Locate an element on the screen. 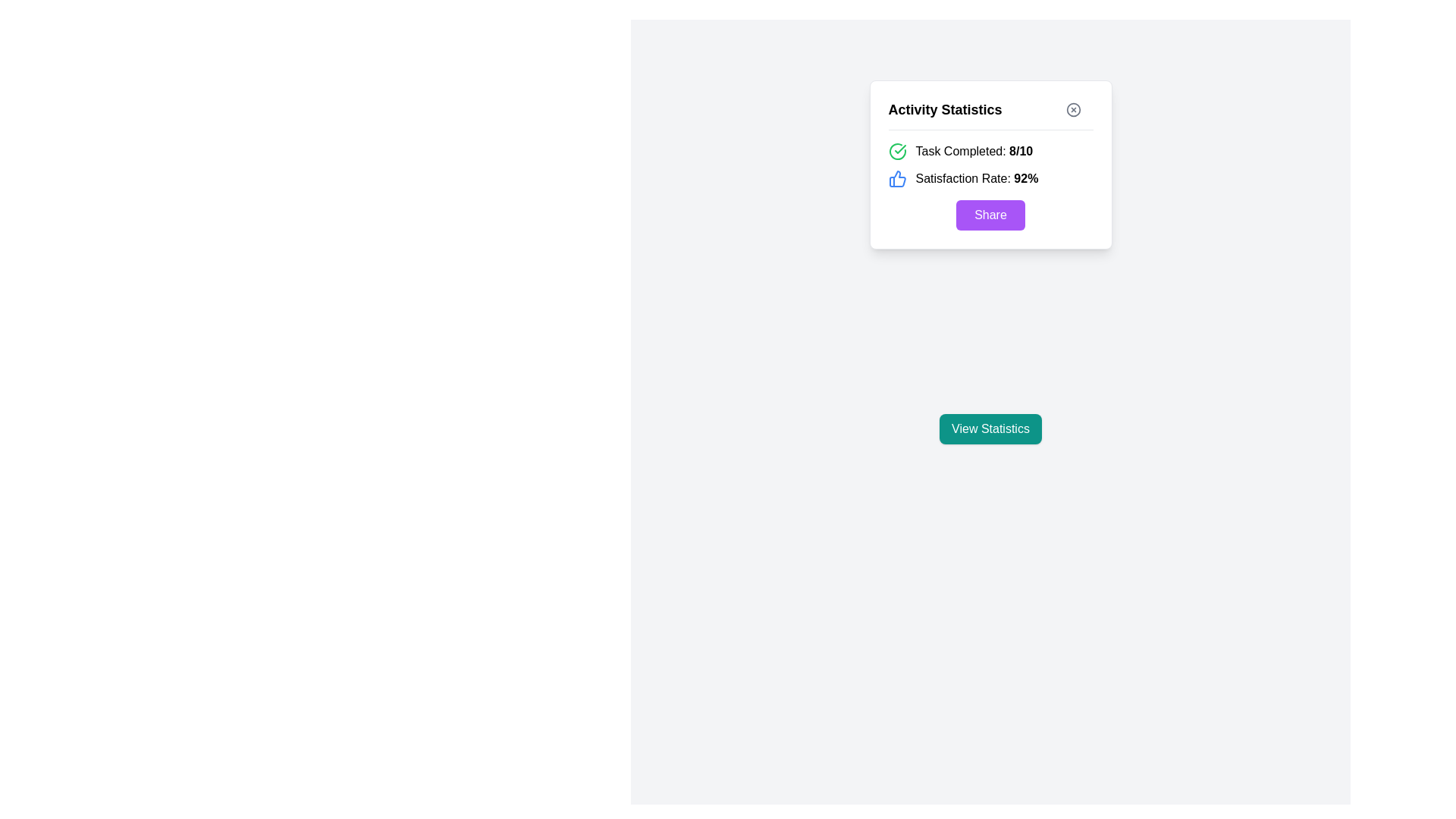  the text label that serves as a descriptive title for the card content, located at the left side of the header area of the white card is located at coordinates (944, 109).